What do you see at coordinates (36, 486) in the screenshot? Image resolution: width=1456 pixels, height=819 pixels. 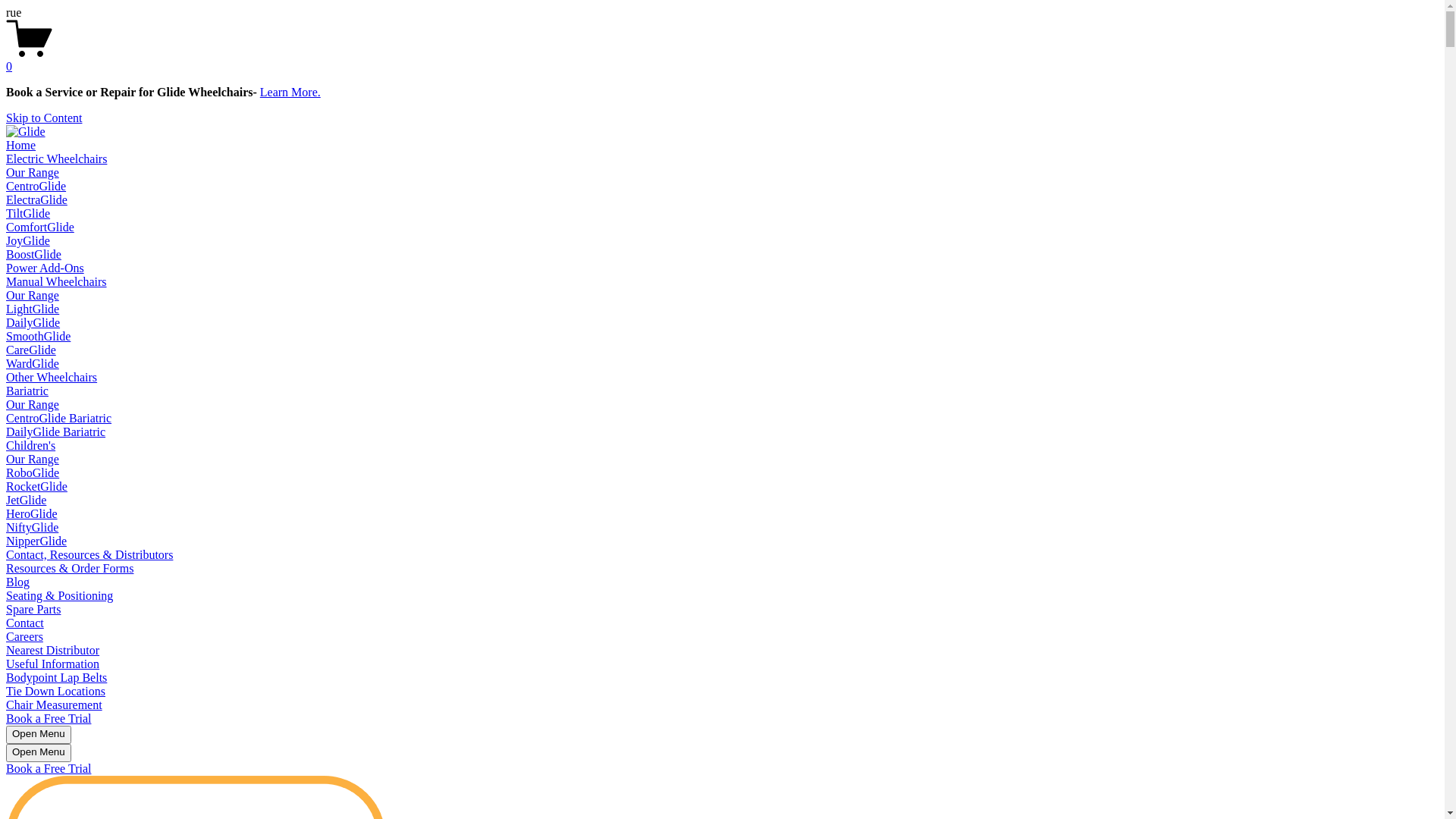 I see `'RocketGlide'` at bounding box center [36, 486].